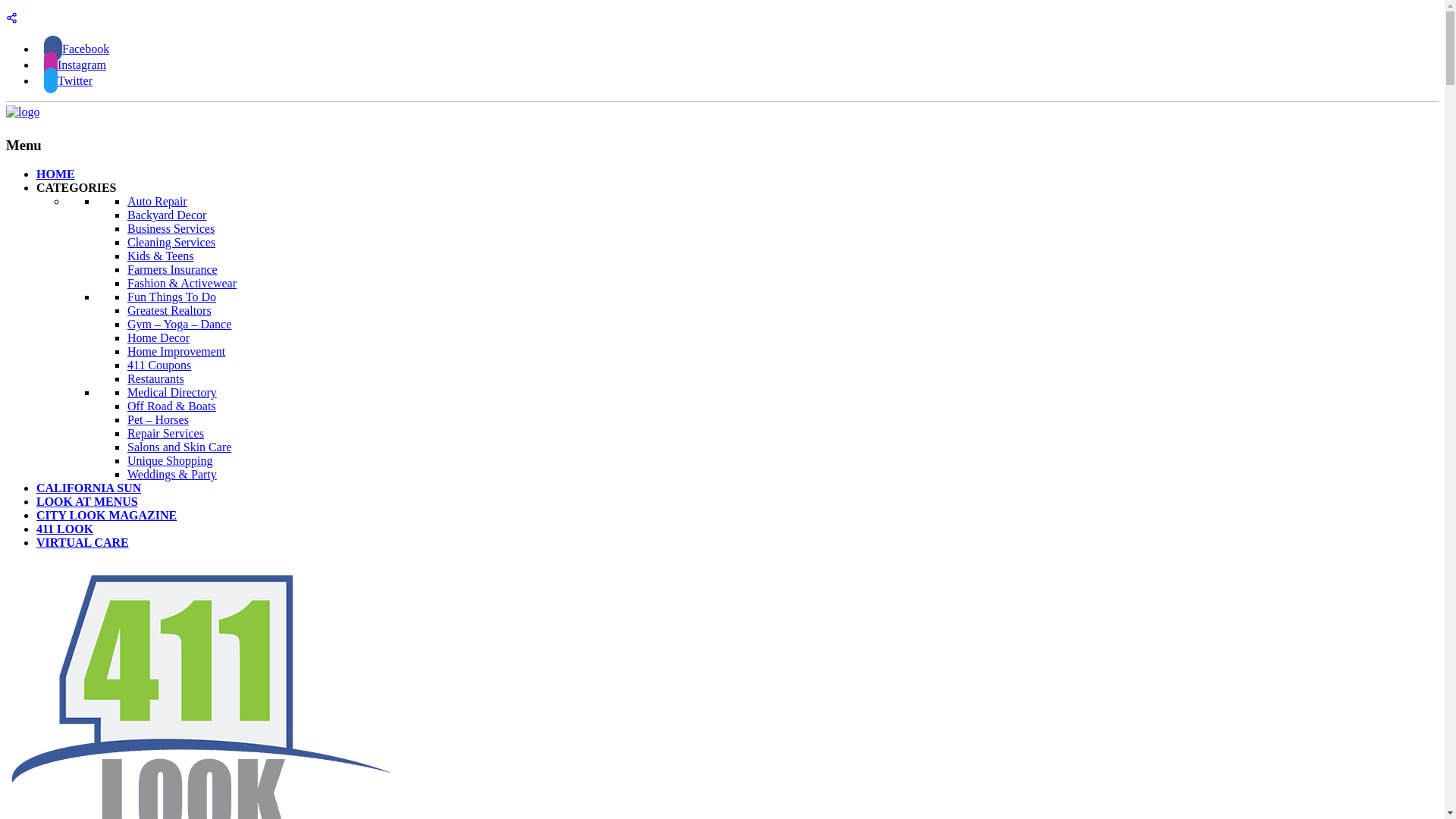 The height and width of the screenshot is (819, 1456). I want to click on 'Fun Things To Do', so click(127, 297).